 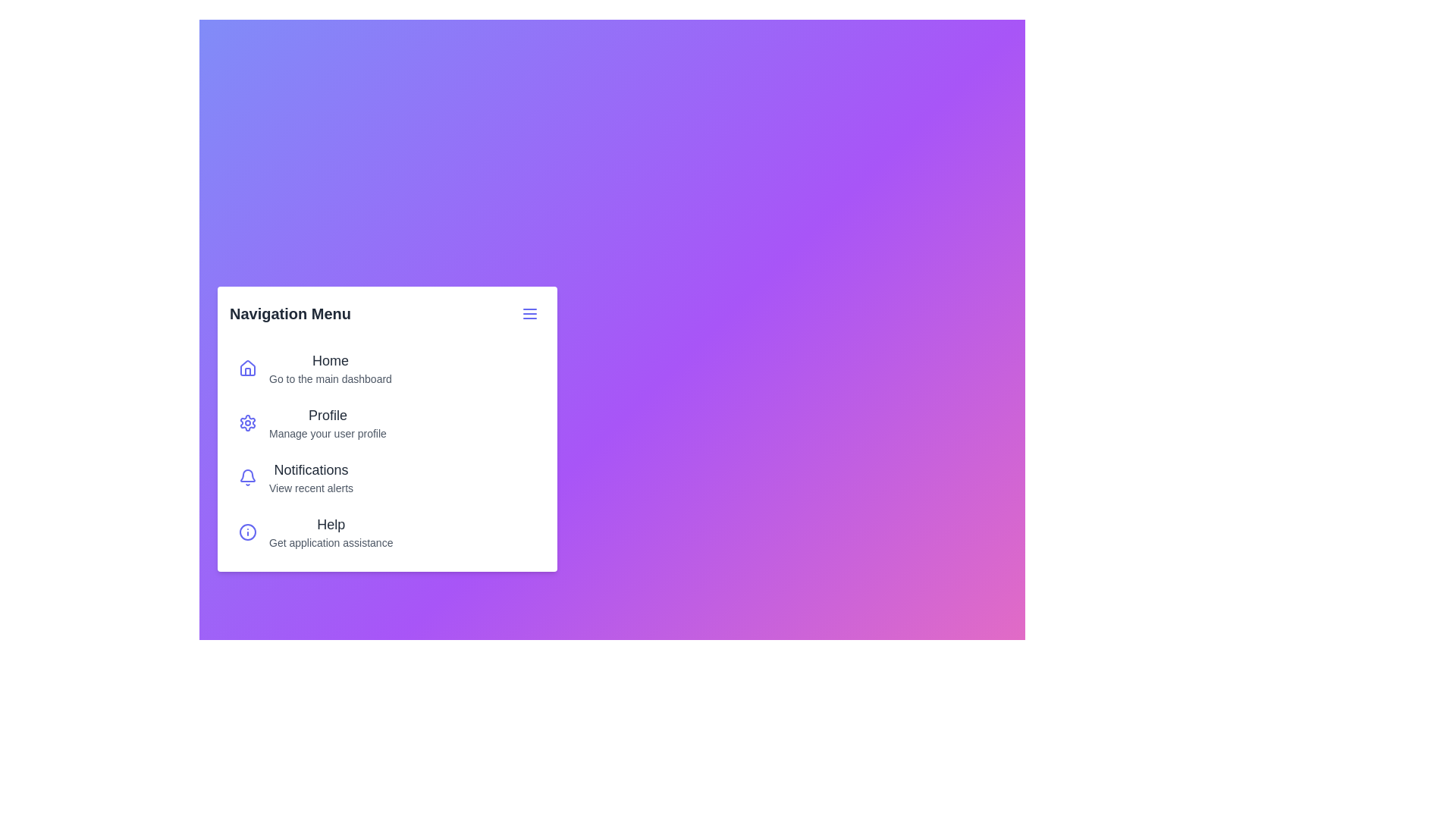 I want to click on the menu item labeled 'Profile' to navigate to its respective page, so click(x=387, y=423).